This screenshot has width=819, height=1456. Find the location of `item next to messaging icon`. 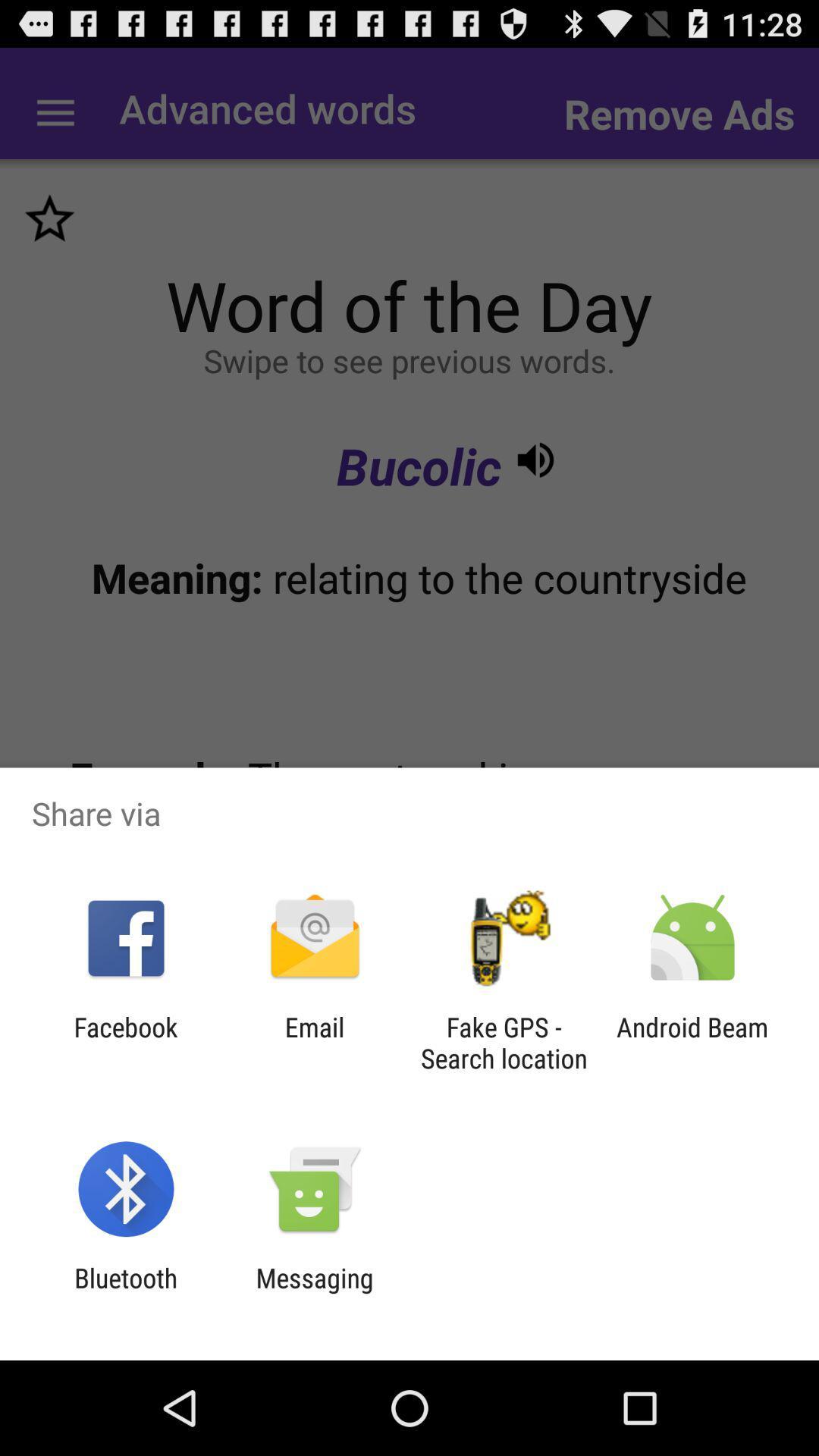

item next to messaging icon is located at coordinates (125, 1293).